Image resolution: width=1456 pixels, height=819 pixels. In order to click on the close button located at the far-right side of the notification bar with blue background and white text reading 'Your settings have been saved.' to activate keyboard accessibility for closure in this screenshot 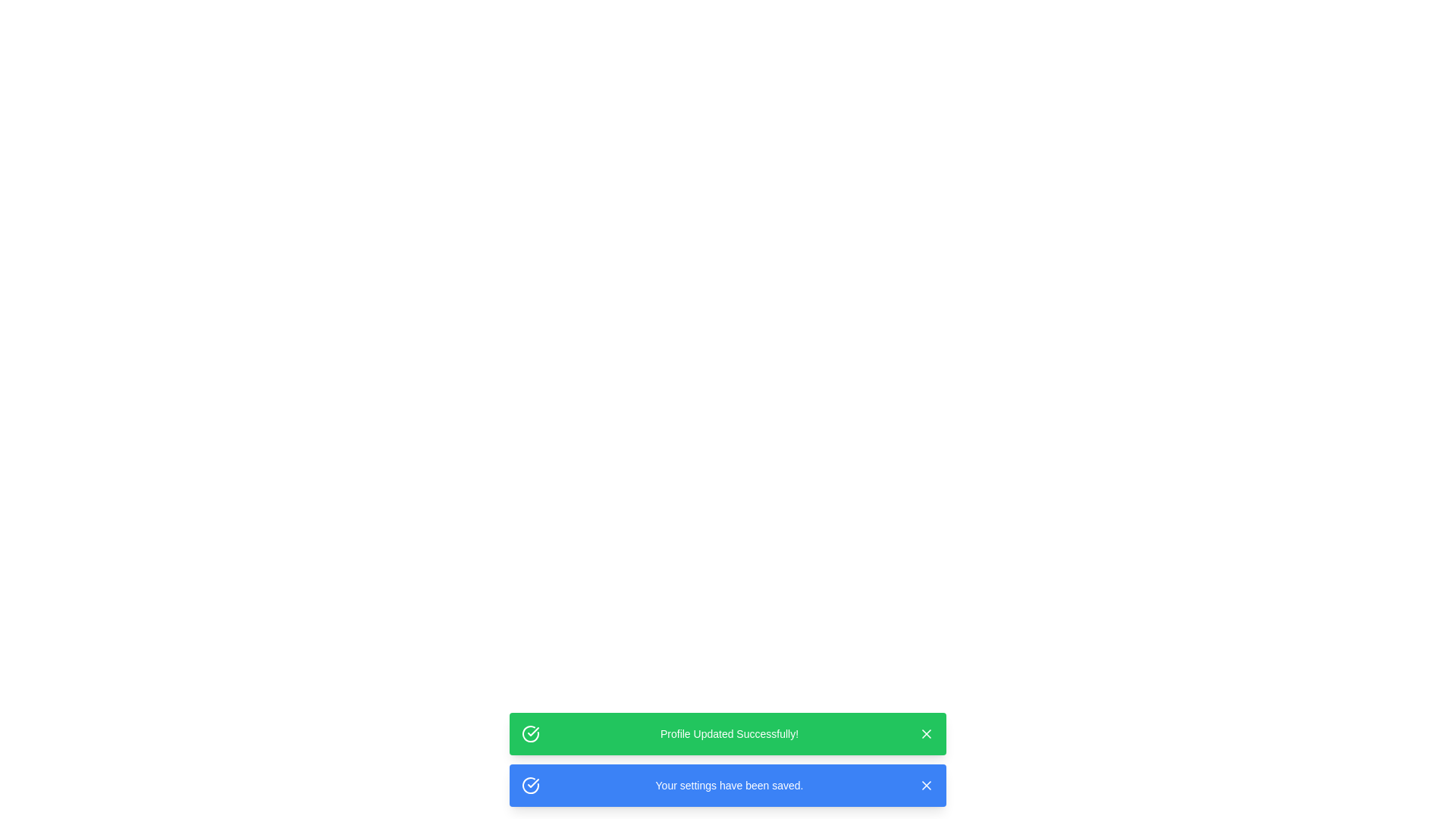, I will do `click(926, 785)`.